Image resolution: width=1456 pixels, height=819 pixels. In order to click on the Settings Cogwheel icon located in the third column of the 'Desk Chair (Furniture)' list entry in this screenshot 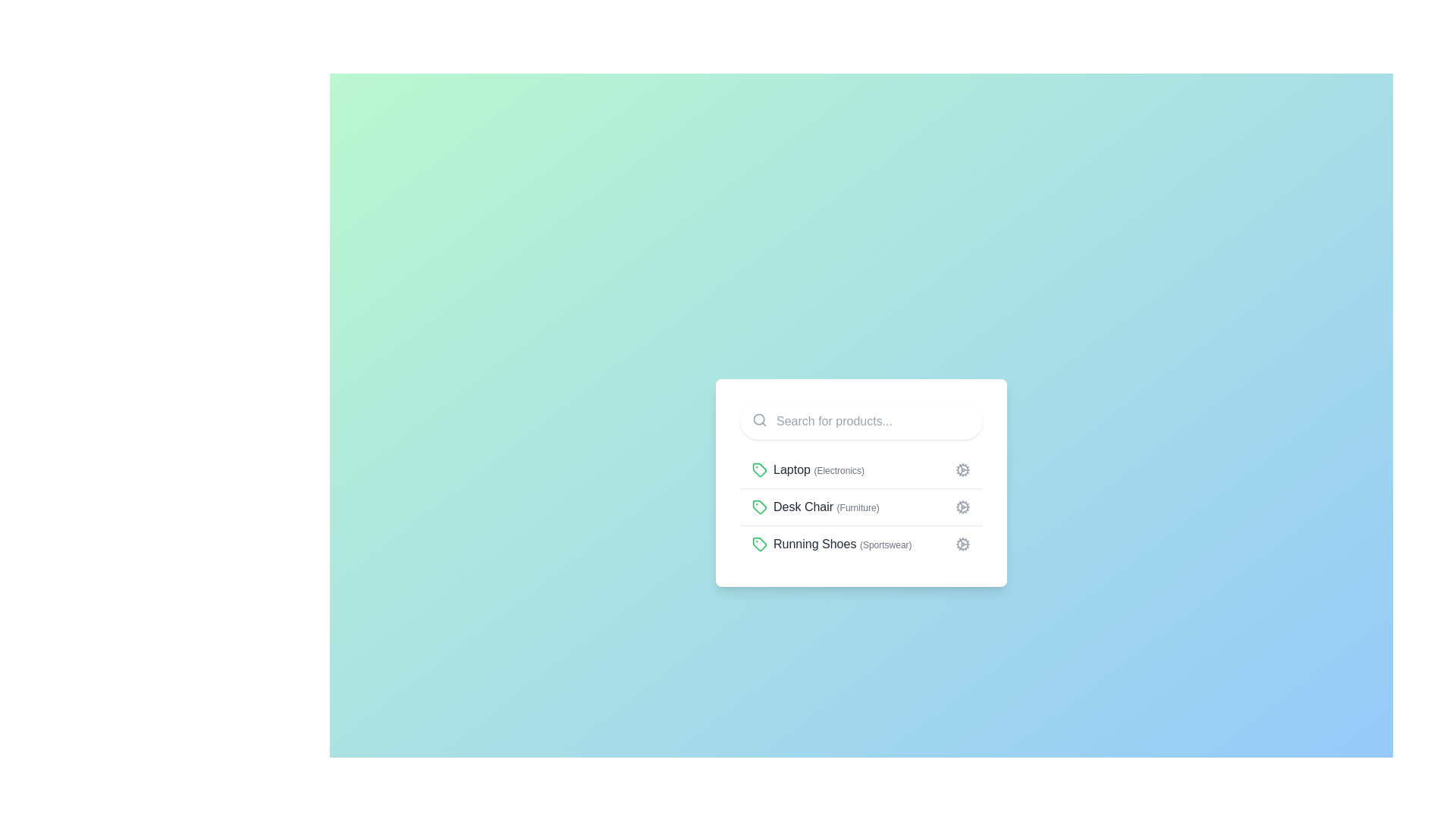, I will do `click(962, 507)`.